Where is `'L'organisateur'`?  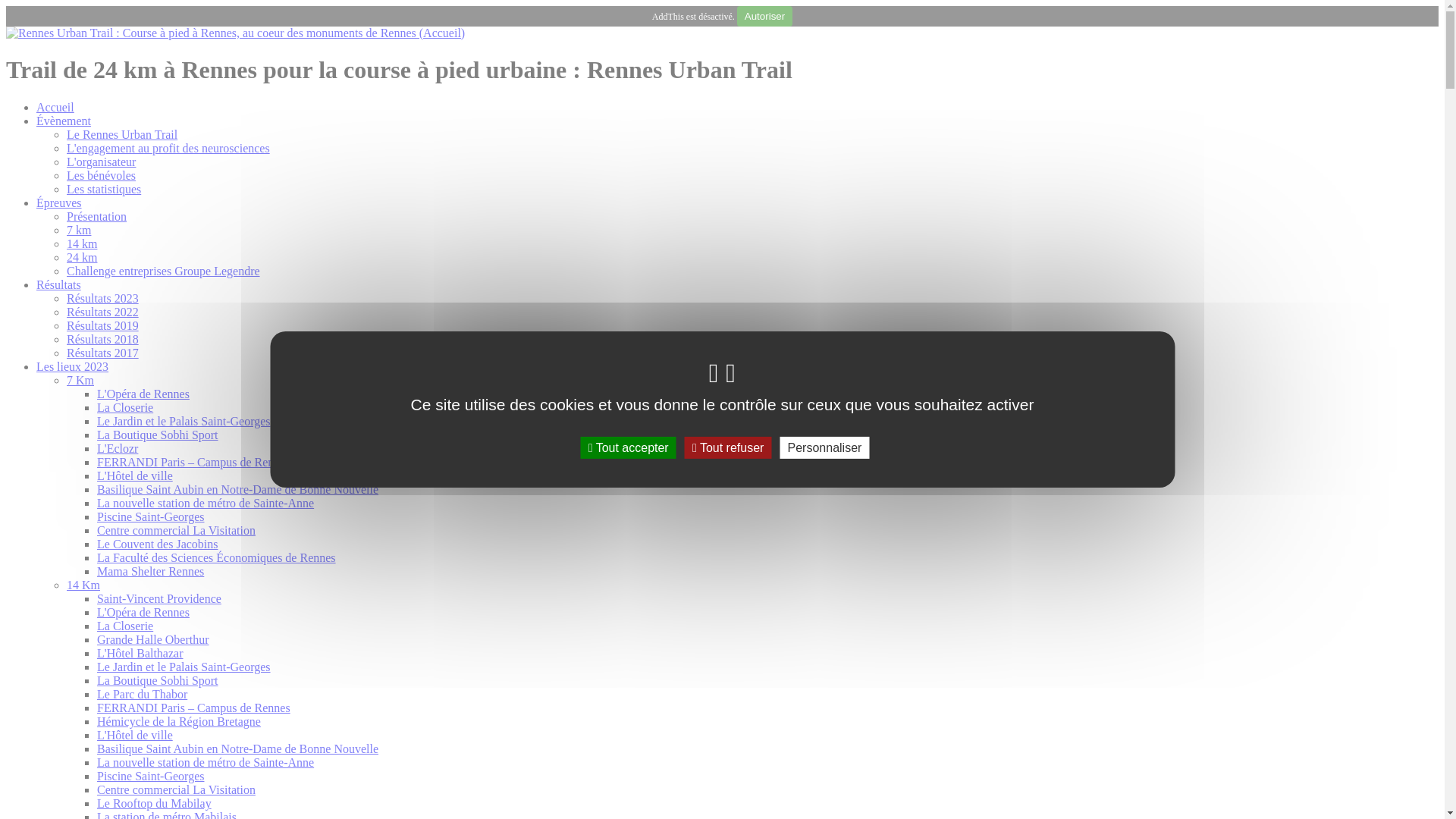
'L'organisateur' is located at coordinates (100, 162).